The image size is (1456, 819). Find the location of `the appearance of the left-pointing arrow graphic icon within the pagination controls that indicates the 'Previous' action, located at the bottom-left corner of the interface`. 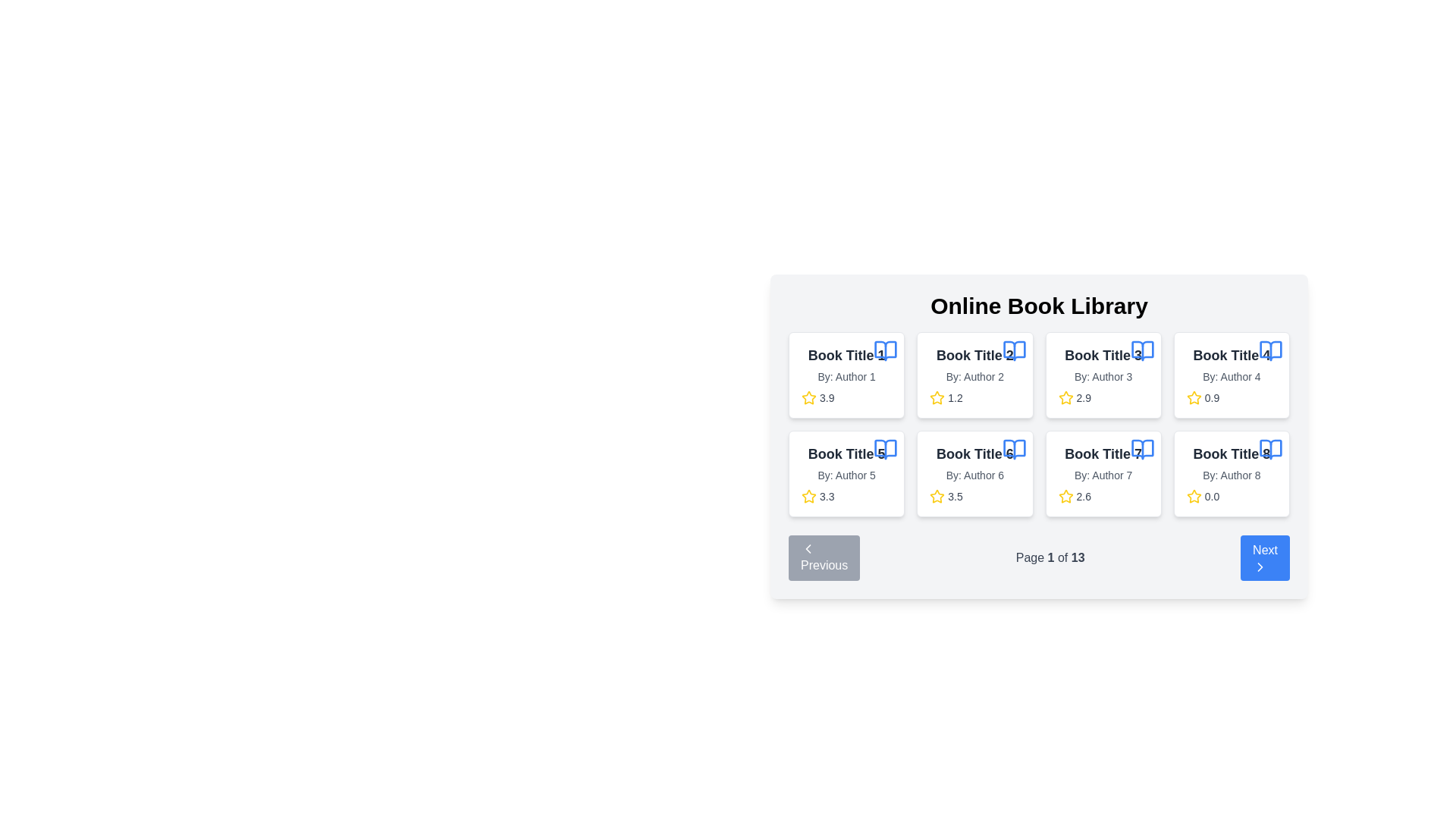

the appearance of the left-pointing arrow graphic icon within the pagination controls that indicates the 'Previous' action, located at the bottom-left corner of the interface is located at coordinates (807, 549).